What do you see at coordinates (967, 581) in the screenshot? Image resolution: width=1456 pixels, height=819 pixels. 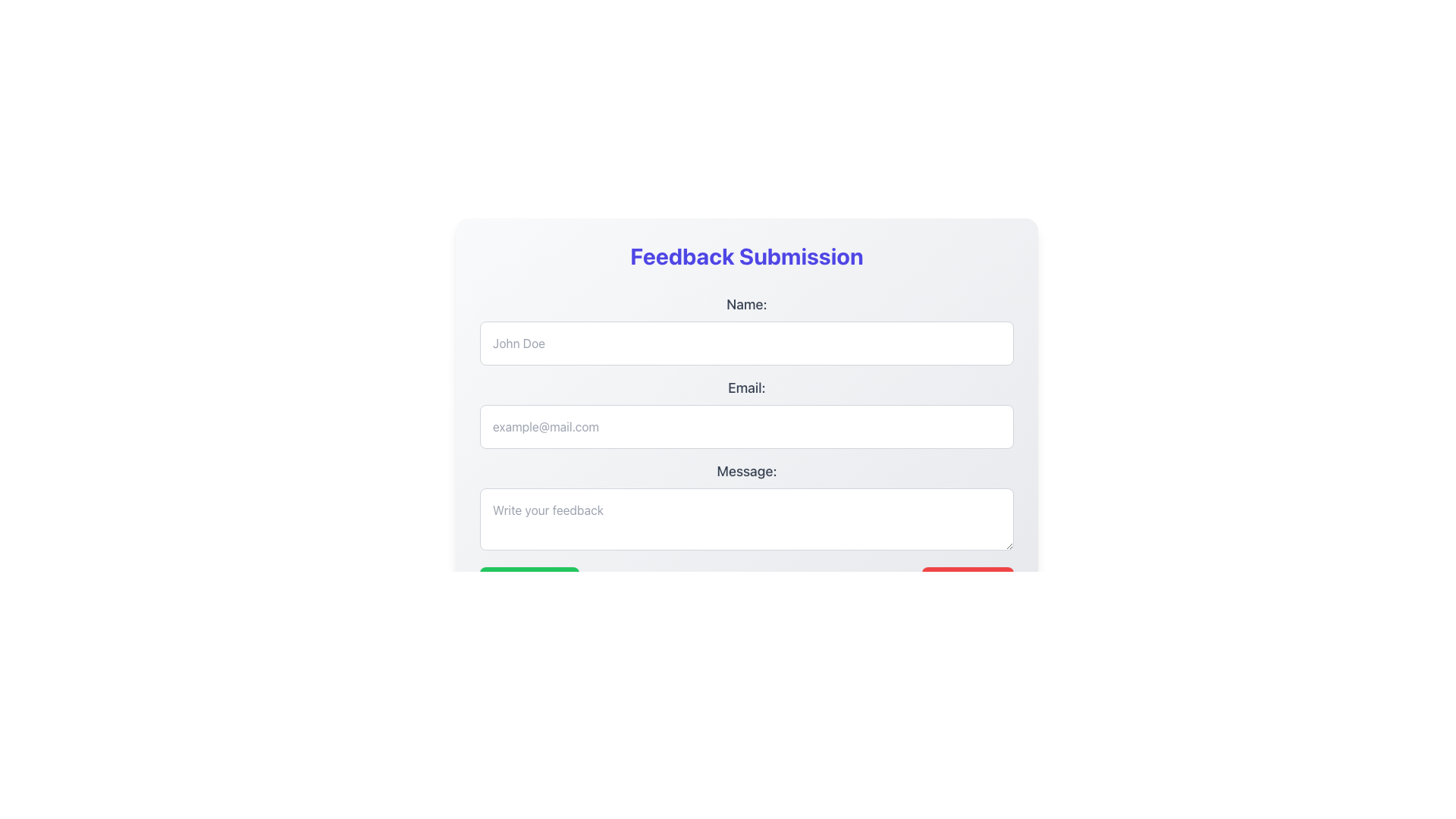 I see `the reset button located at the bottom-right corner of the form to clear user inputs and restore default state` at bounding box center [967, 581].